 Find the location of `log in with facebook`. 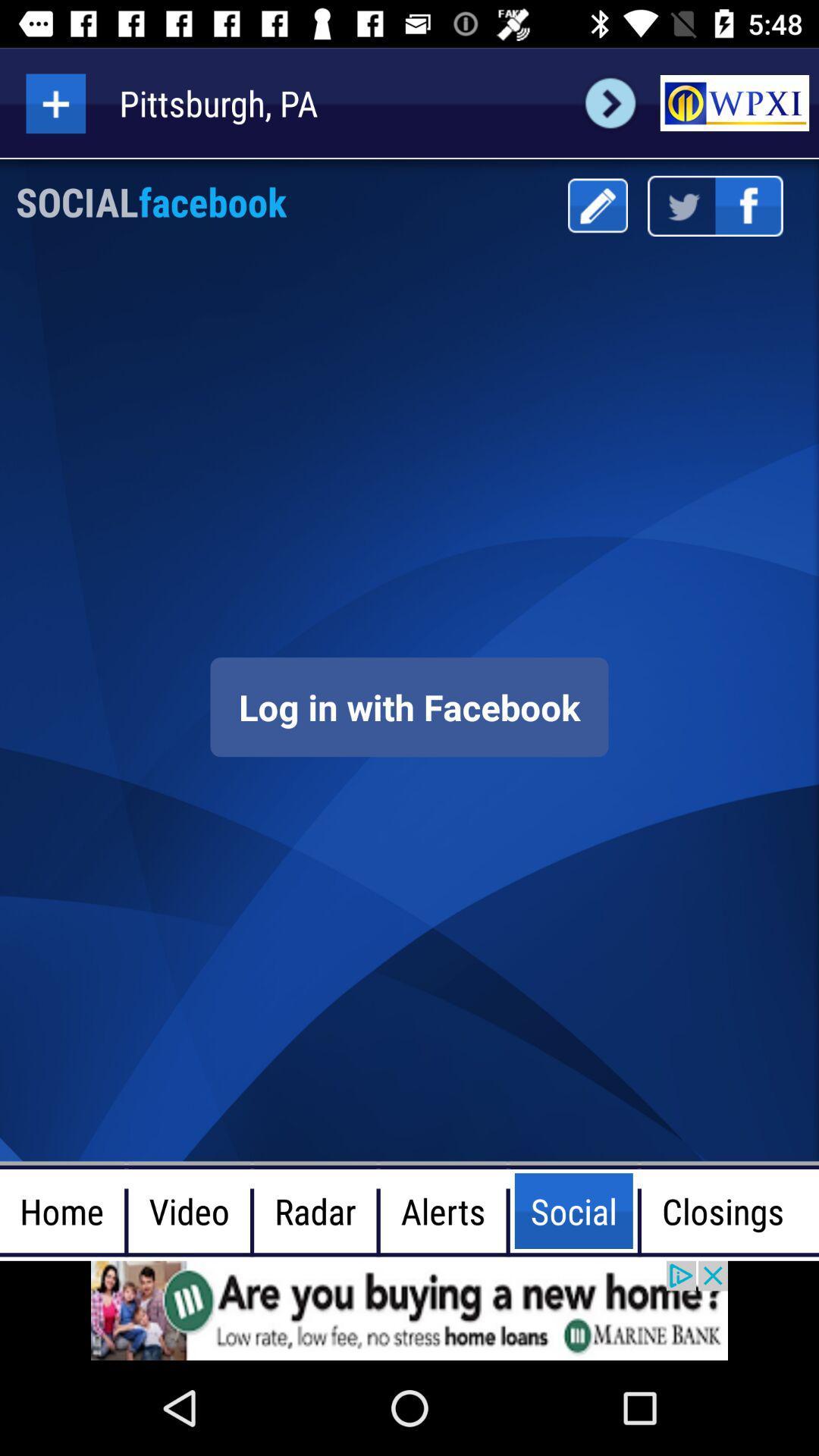

log in with facebook is located at coordinates (409, 706).